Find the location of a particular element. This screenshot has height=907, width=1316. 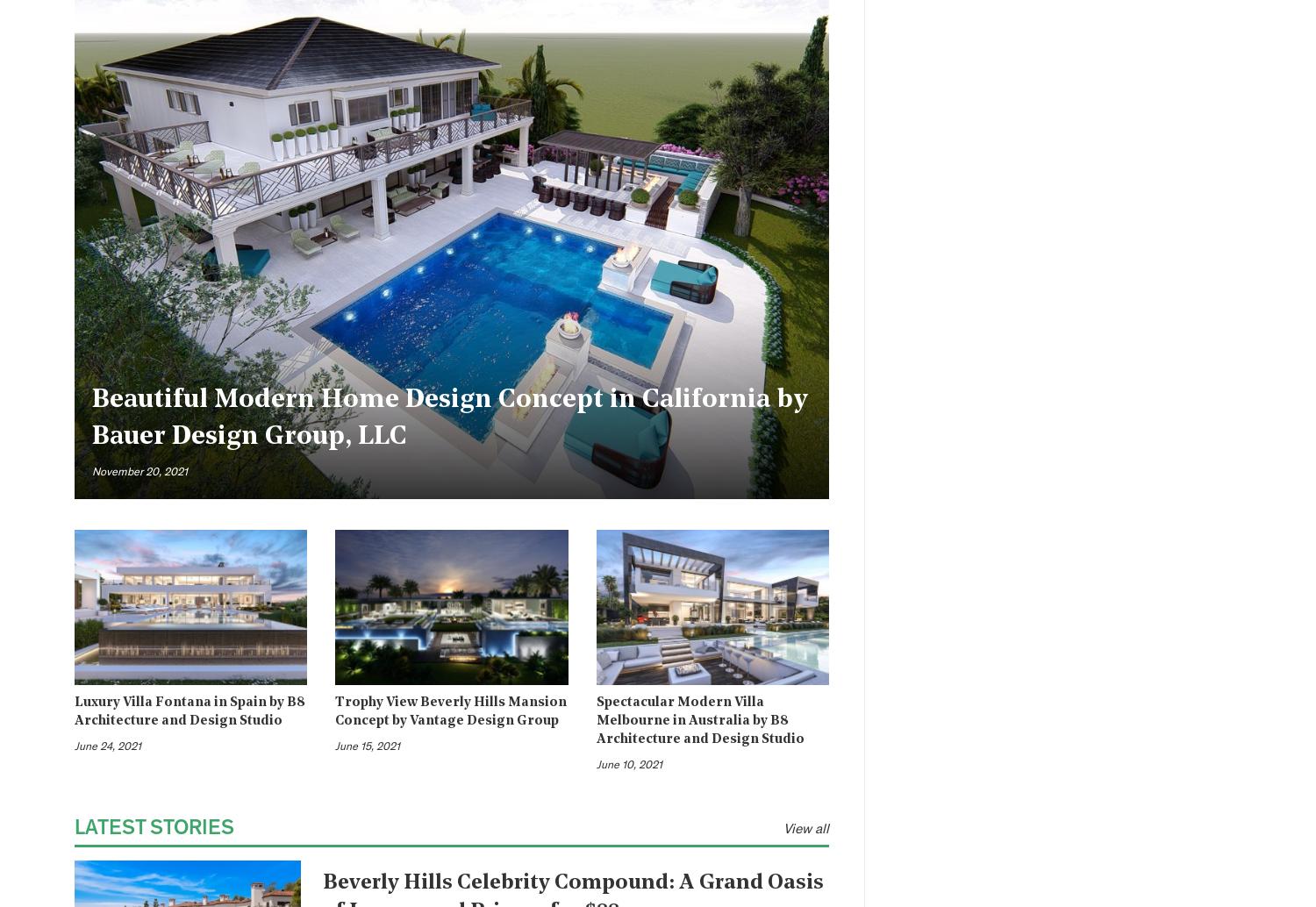

'Latest Stories' is located at coordinates (154, 827).